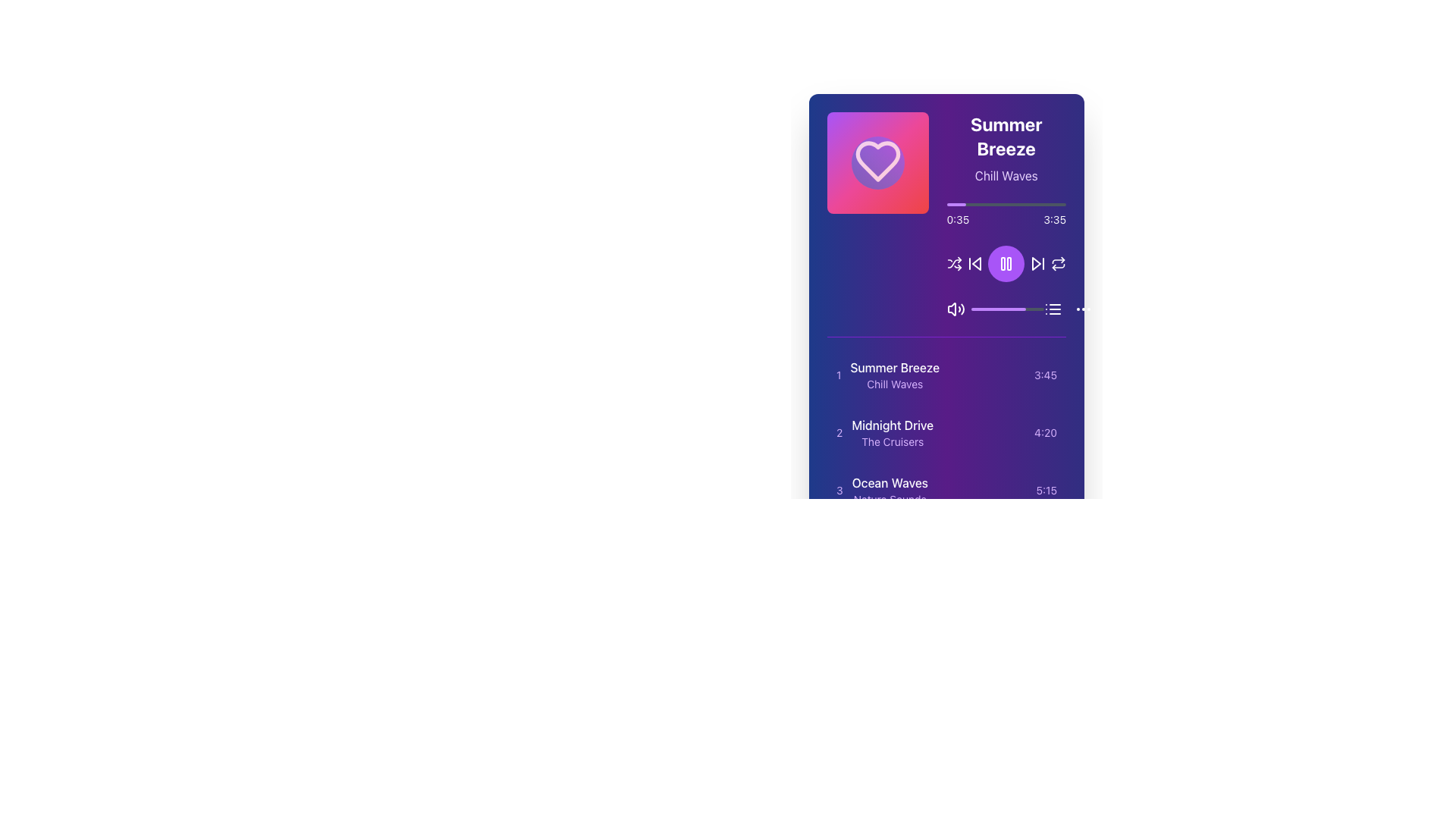 The height and width of the screenshot is (819, 1456). I want to click on the text label reading 'Nature Sounds' which is styled in purple and located below 'Ocean Waves', so click(890, 500).